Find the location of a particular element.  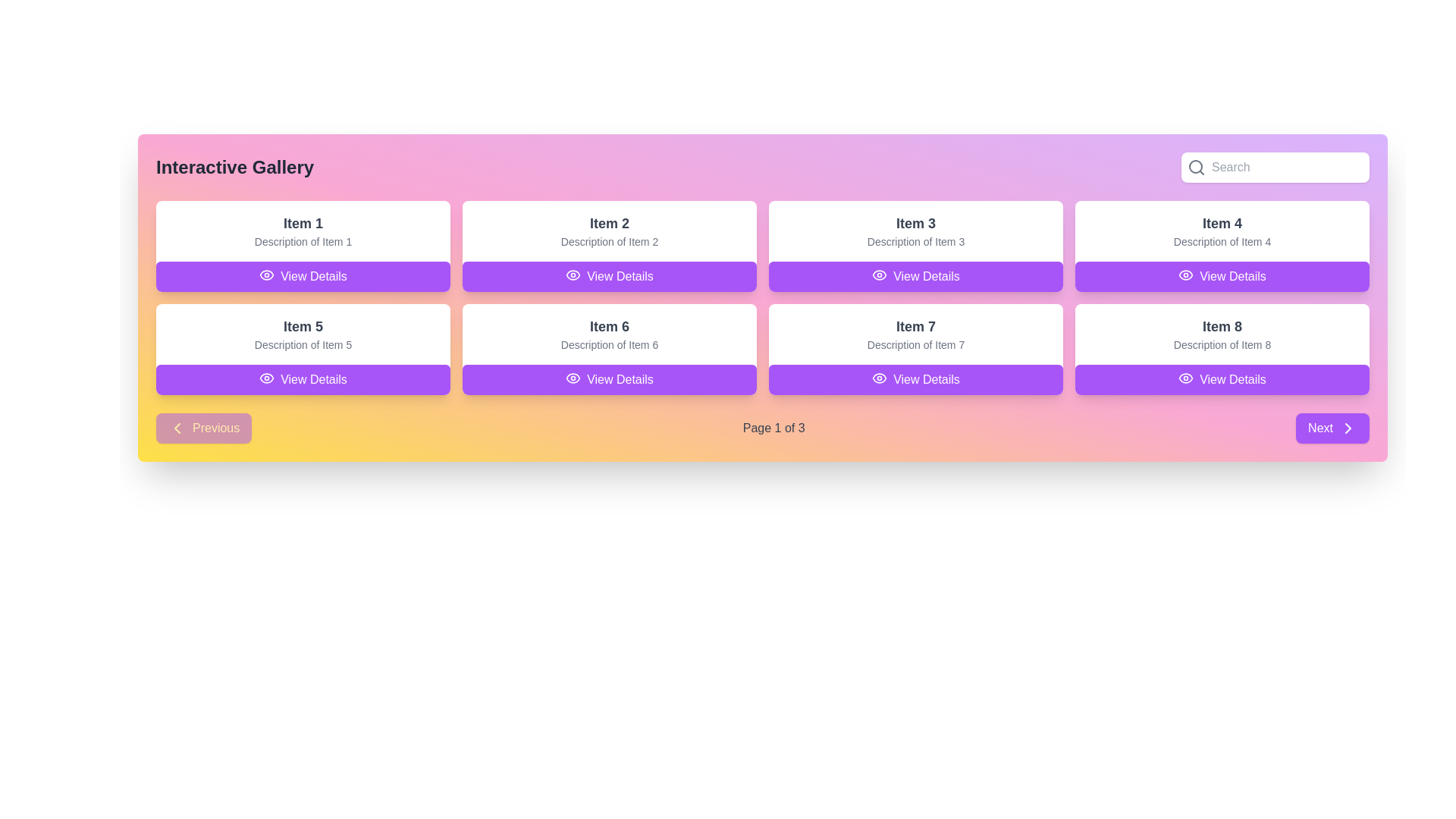

information displayed in the text element showing 'Page 1 of 3', which is located in the center of the navigation bar between the 'Previous' and 'Next' buttons is located at coordinates (763, 428).